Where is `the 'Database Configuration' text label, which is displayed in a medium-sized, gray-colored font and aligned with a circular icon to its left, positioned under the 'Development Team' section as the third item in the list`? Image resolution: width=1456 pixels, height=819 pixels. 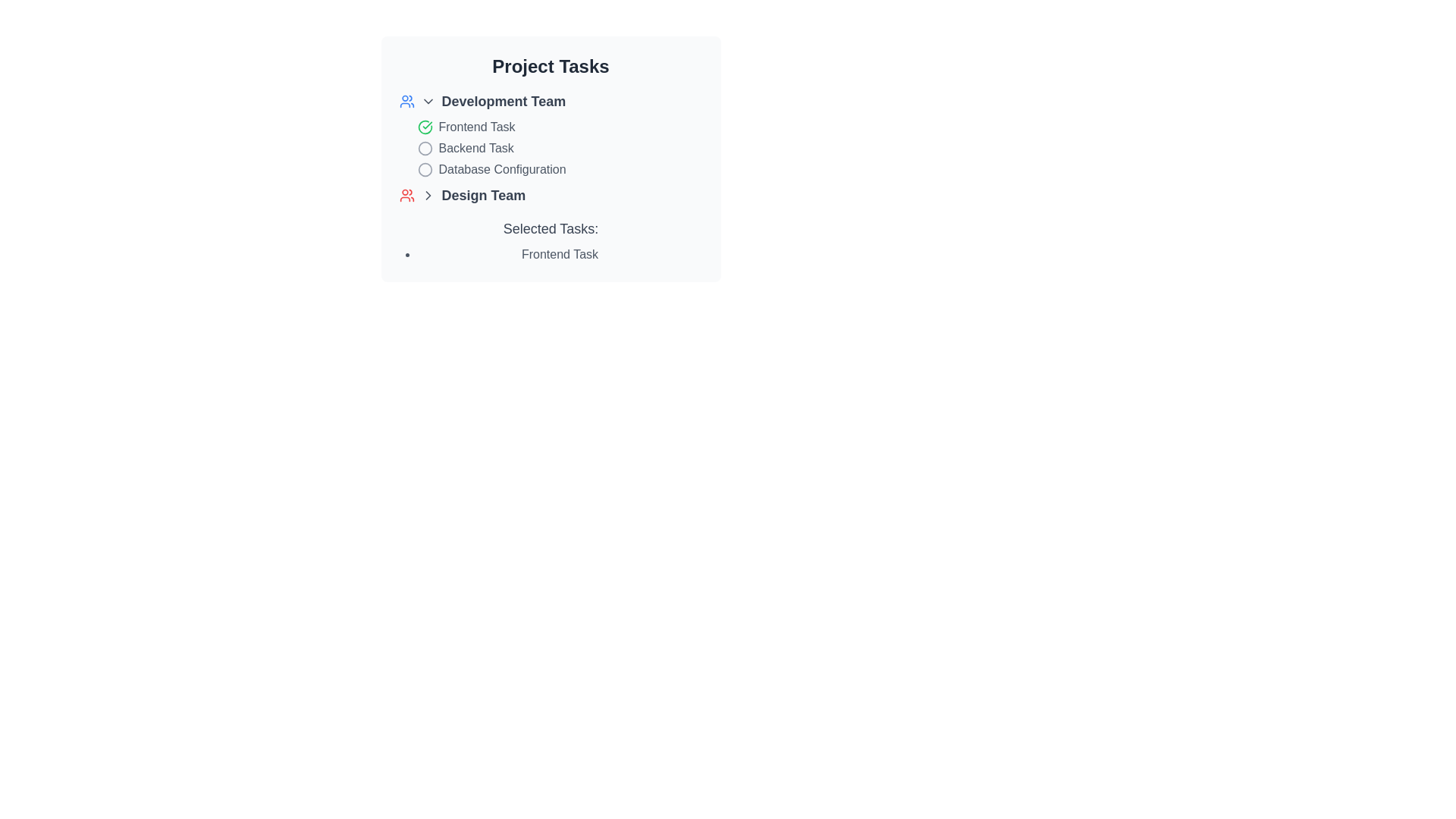
the 'Database Configuration' text label, which is displayed in a medium-sized, gray-colored font and aligned with a circular icon to its left, positioned under the 'Development Team' section as the third item in the list is located at coordinates (502, 169).